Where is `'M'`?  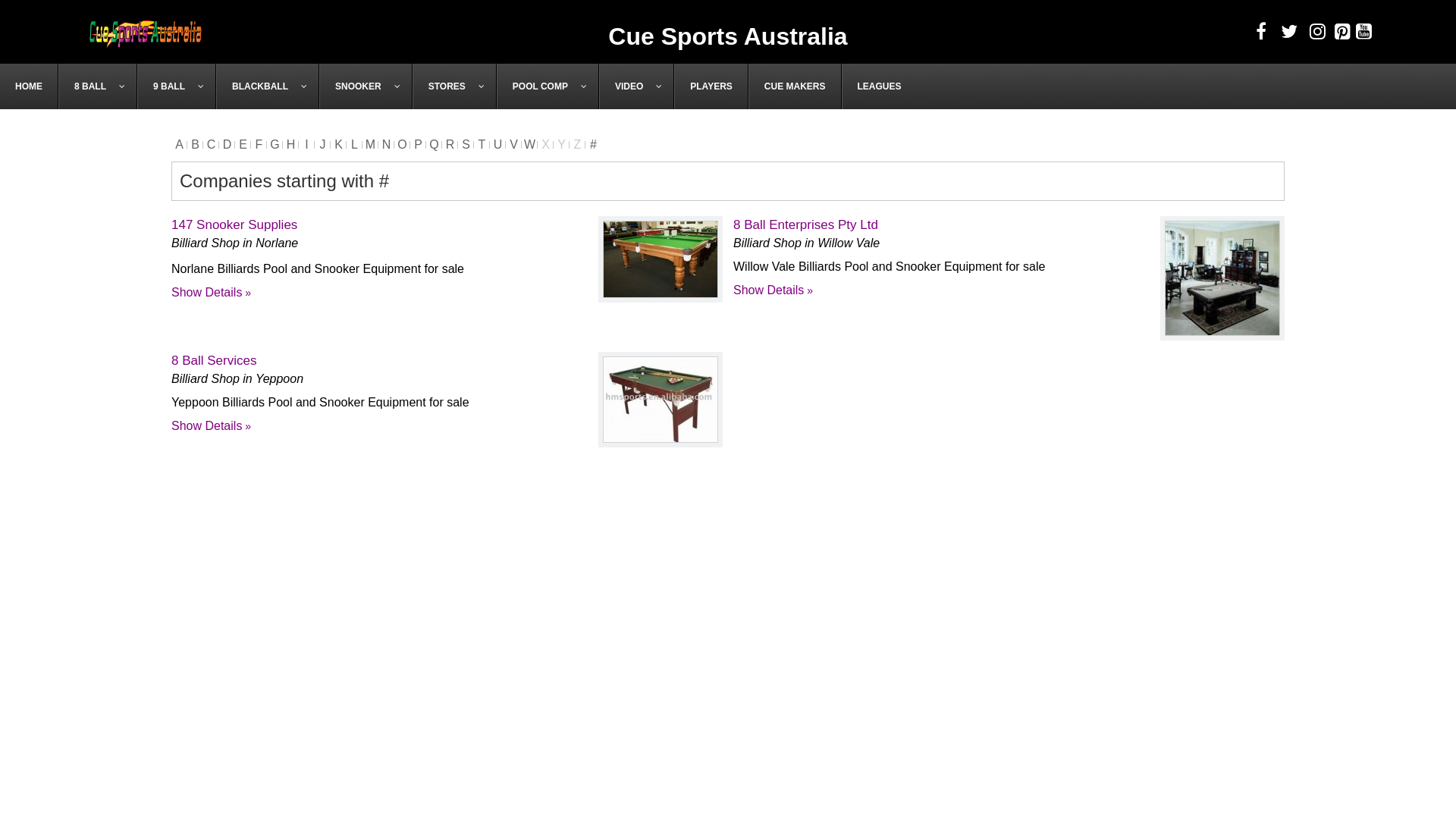 'M' is located at coordinates (362, 144).